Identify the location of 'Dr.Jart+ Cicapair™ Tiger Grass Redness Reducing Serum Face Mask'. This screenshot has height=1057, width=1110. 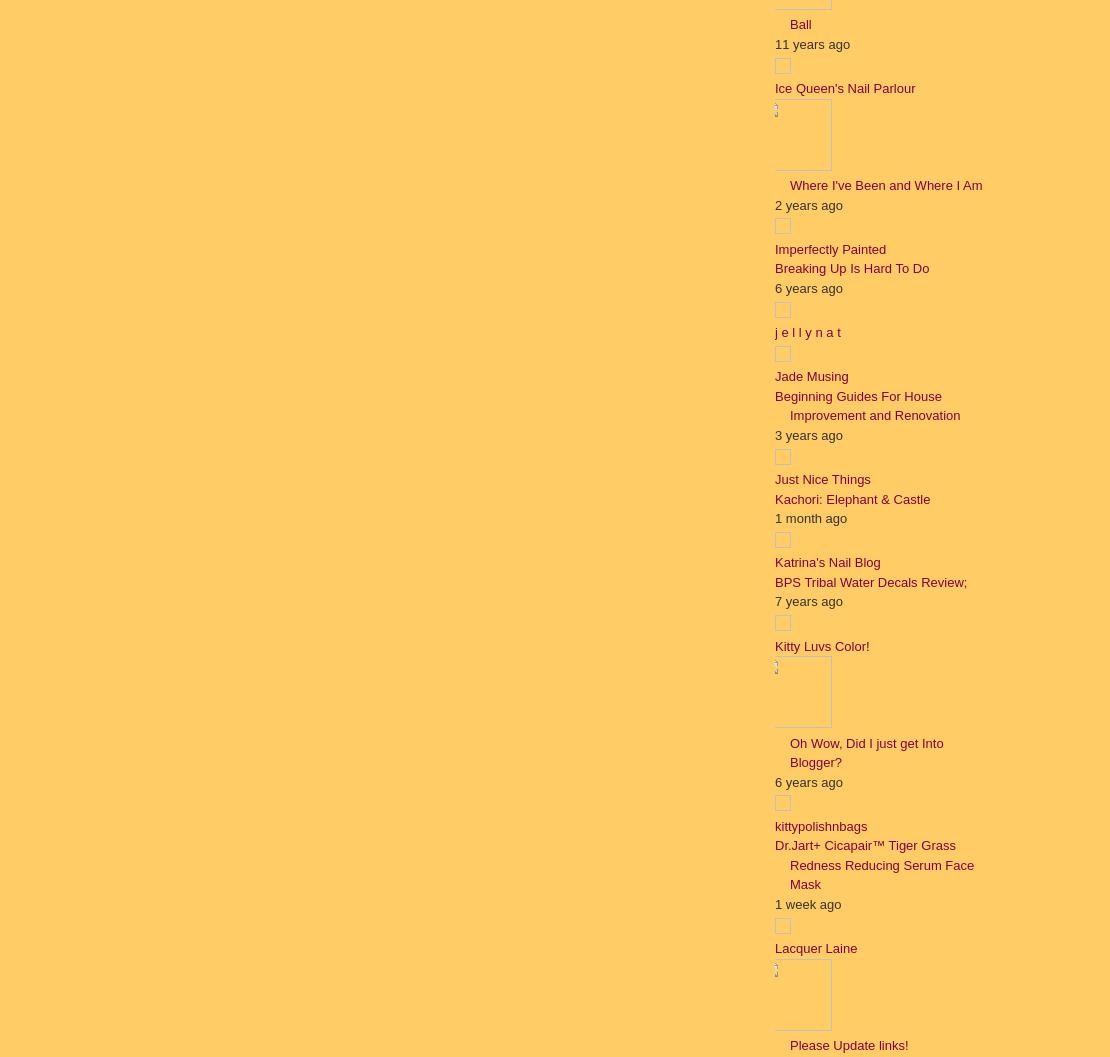
(873, 864).